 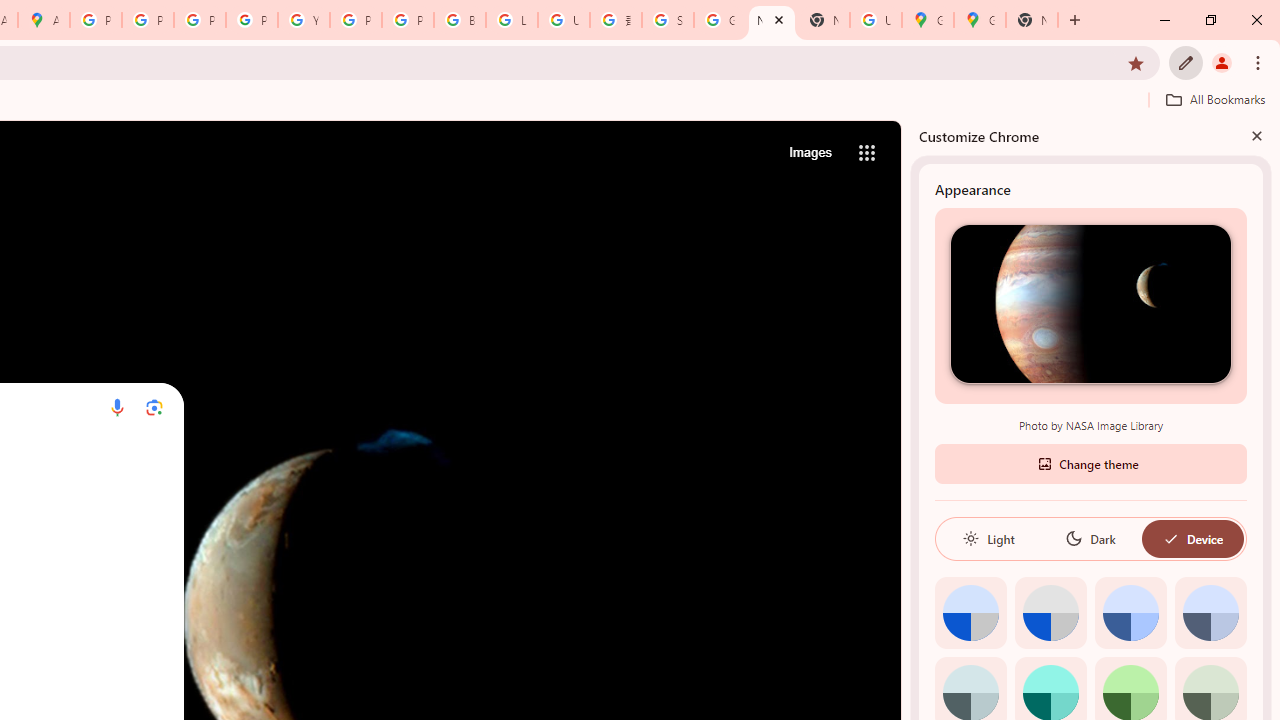 I want to click on 'Google Maps', so click(x=927, y=20).